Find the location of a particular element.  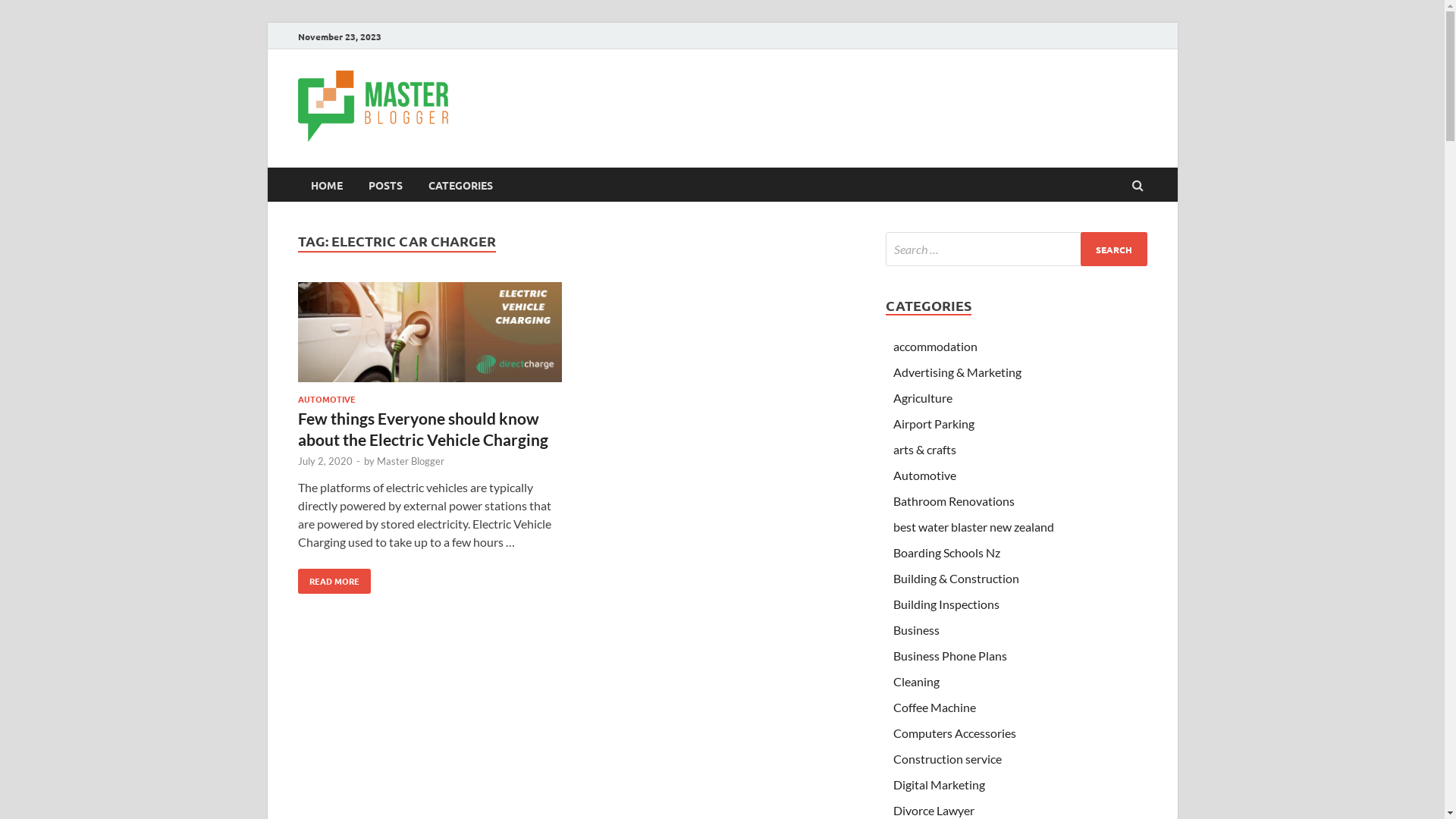

'July 2, 2020' is located at coordinates (323, 460).